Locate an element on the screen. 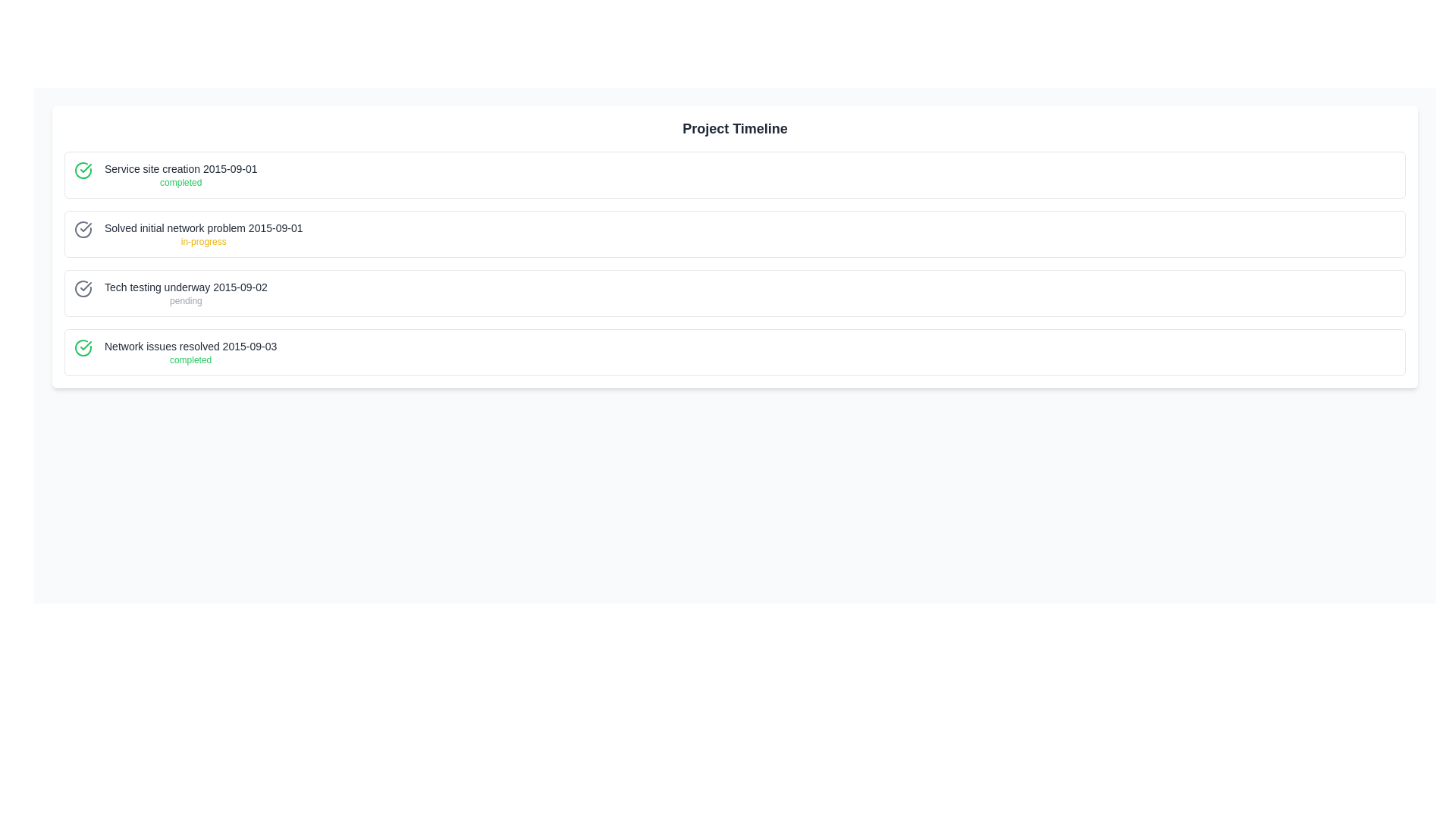 The width and height of the screenshot is (1456, 819). the List Item with Text and Status Indicator displaying 'Service site creation 2015-09-01' and its status 'completed' is located at coordinates (180, 174).